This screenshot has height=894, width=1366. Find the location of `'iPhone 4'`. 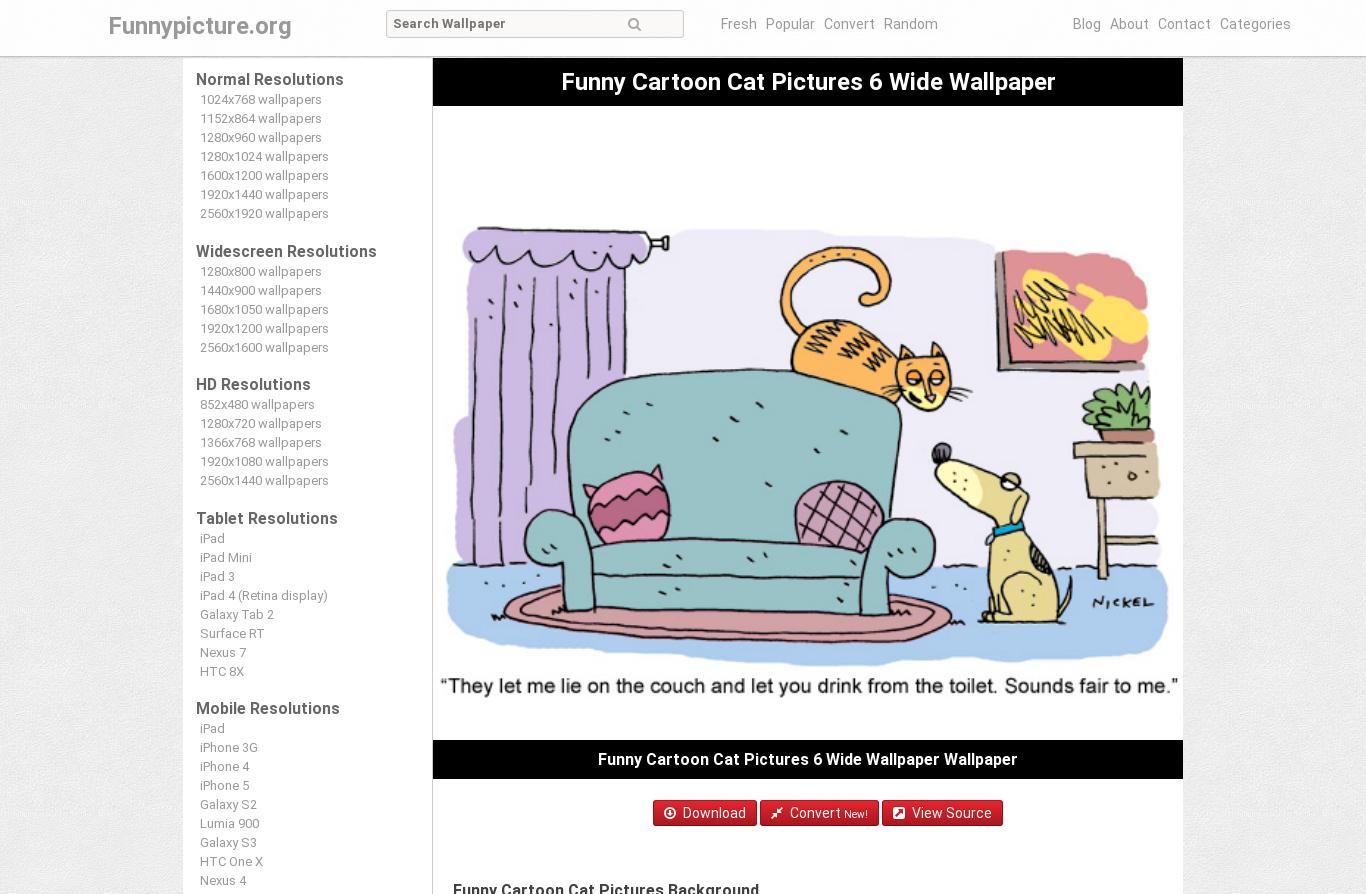

'iPhone 4' is located at coordinates (223, 765).